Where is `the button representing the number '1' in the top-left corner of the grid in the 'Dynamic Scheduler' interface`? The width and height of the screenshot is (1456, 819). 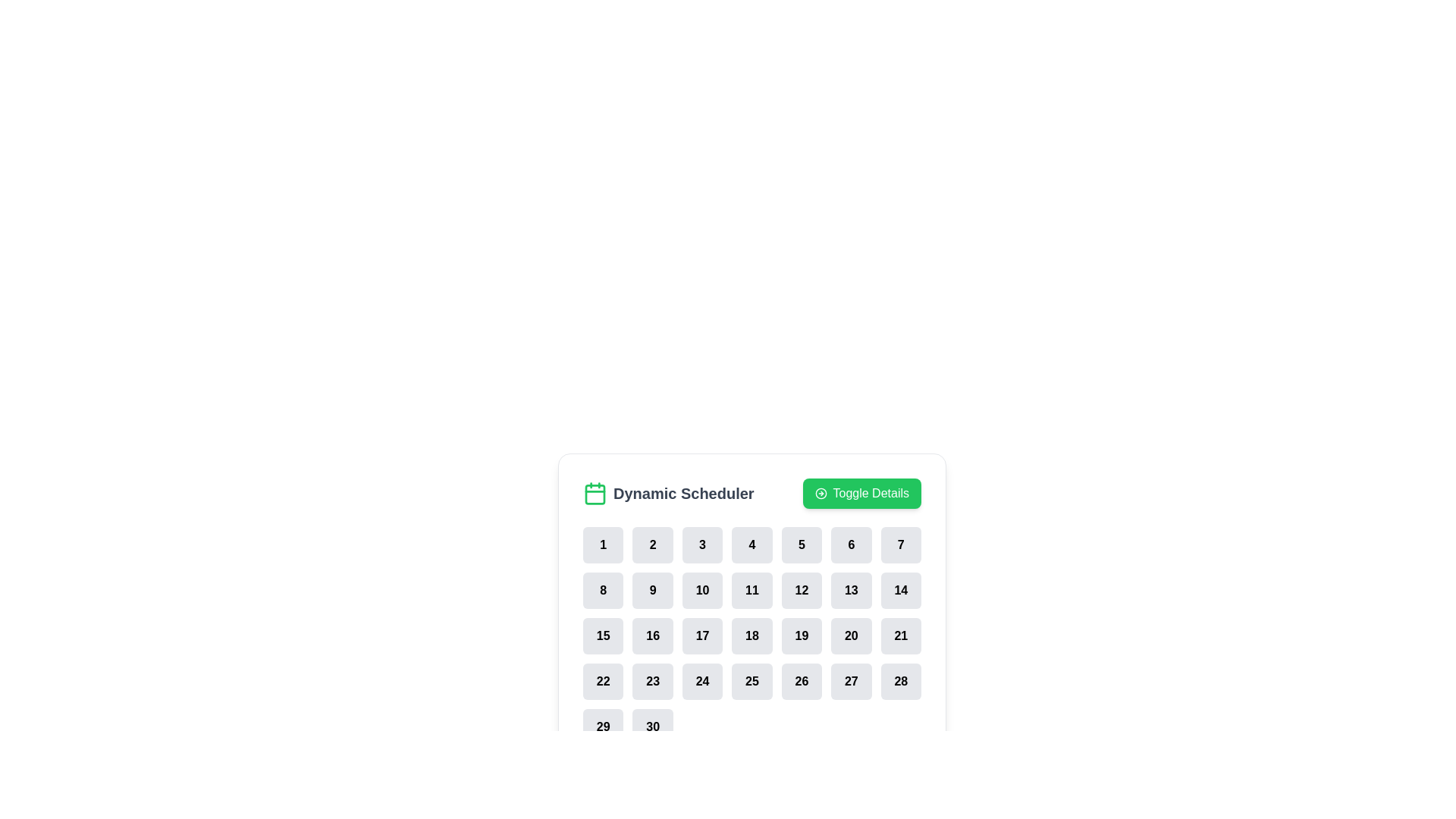
the button representing the number '1' in the top-left corner of the grid in the 'Dynamic Scheduler' interface is located at coordinates (602, 544).